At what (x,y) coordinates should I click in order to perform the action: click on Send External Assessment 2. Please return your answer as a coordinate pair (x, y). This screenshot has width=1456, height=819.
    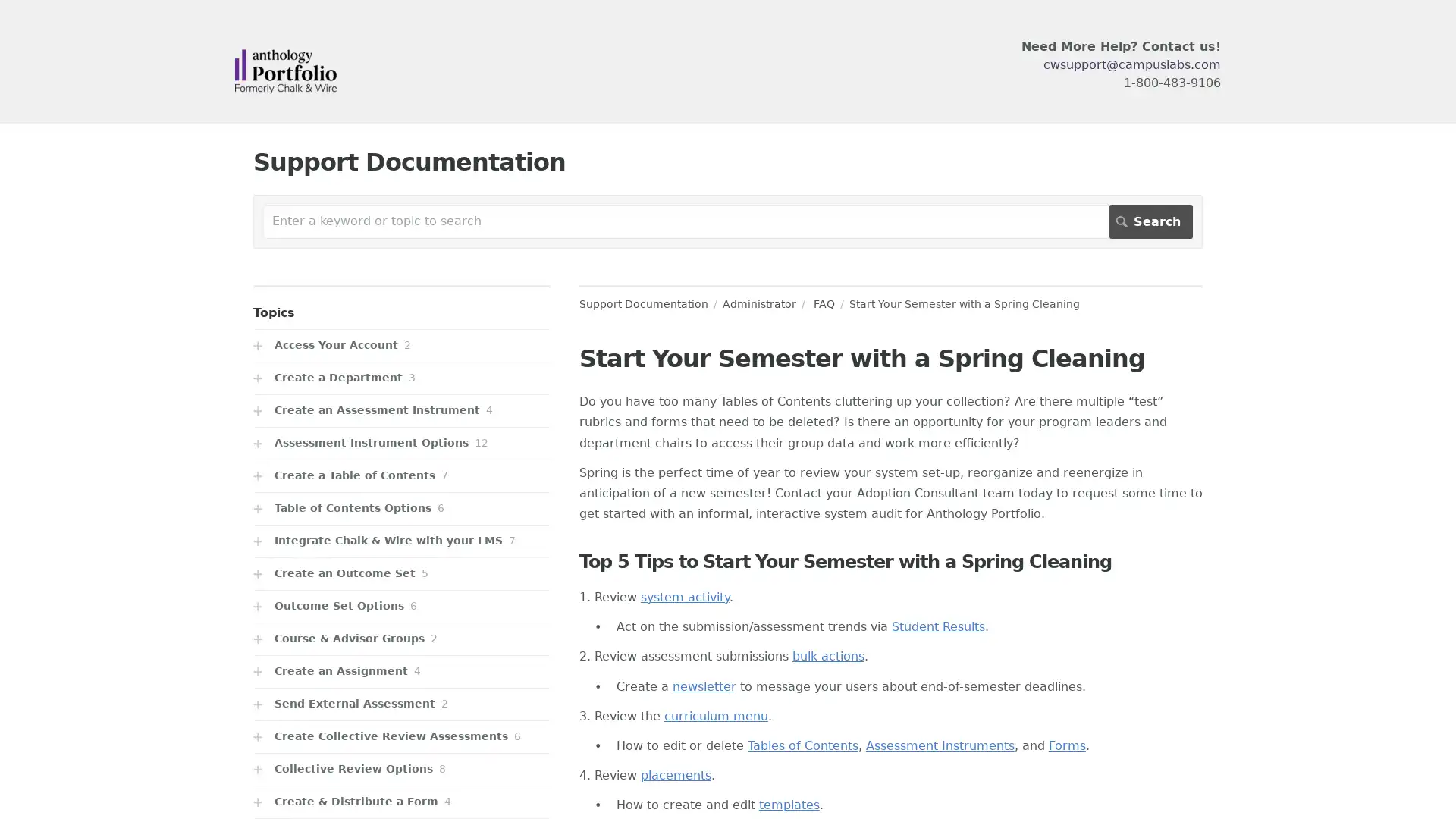
    Looking at the image, I should click on (401, 704).